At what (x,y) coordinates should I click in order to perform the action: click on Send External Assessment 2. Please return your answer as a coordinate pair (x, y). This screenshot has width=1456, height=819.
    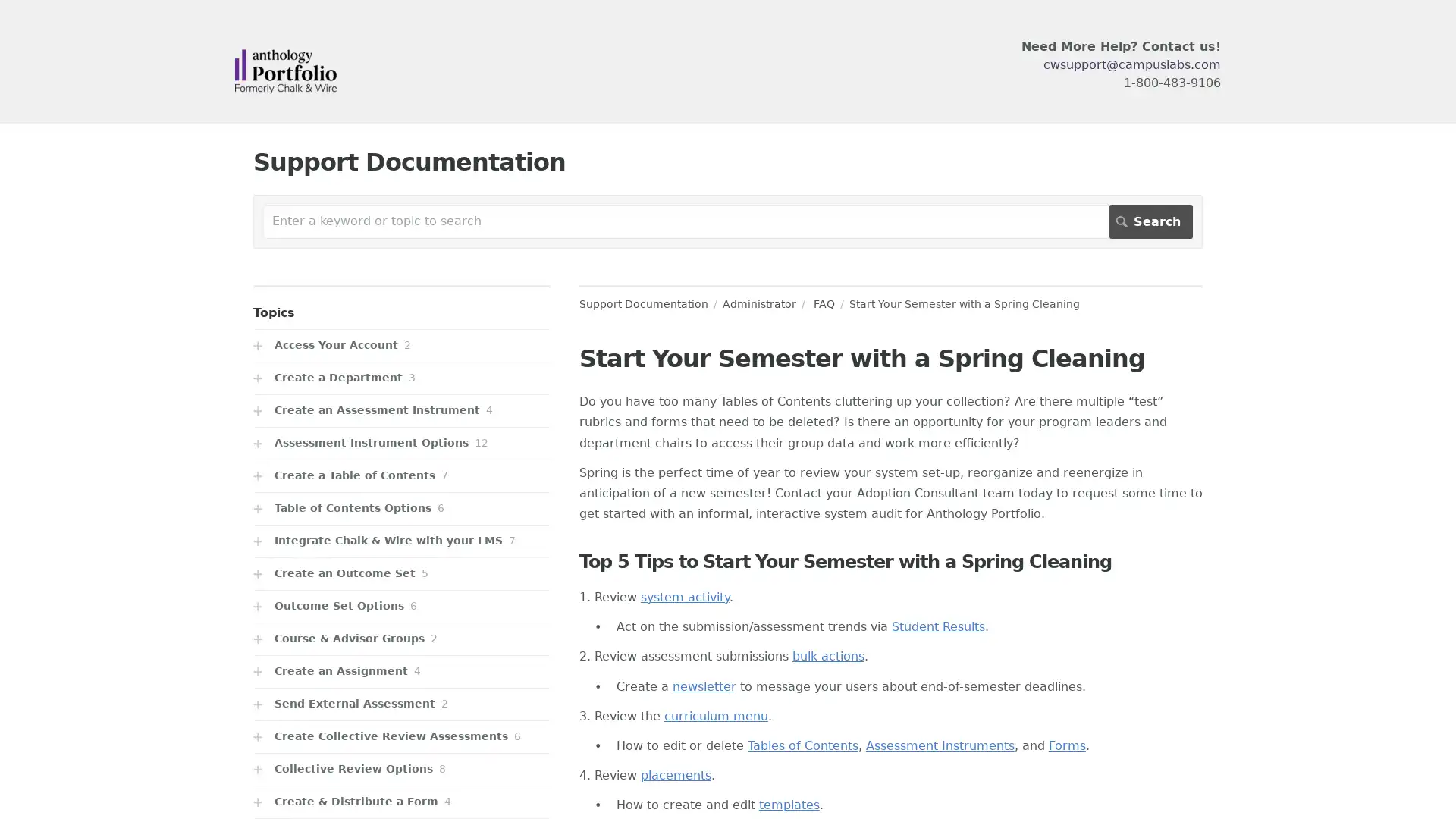
    Looking at the image, I should click on (401, 704).